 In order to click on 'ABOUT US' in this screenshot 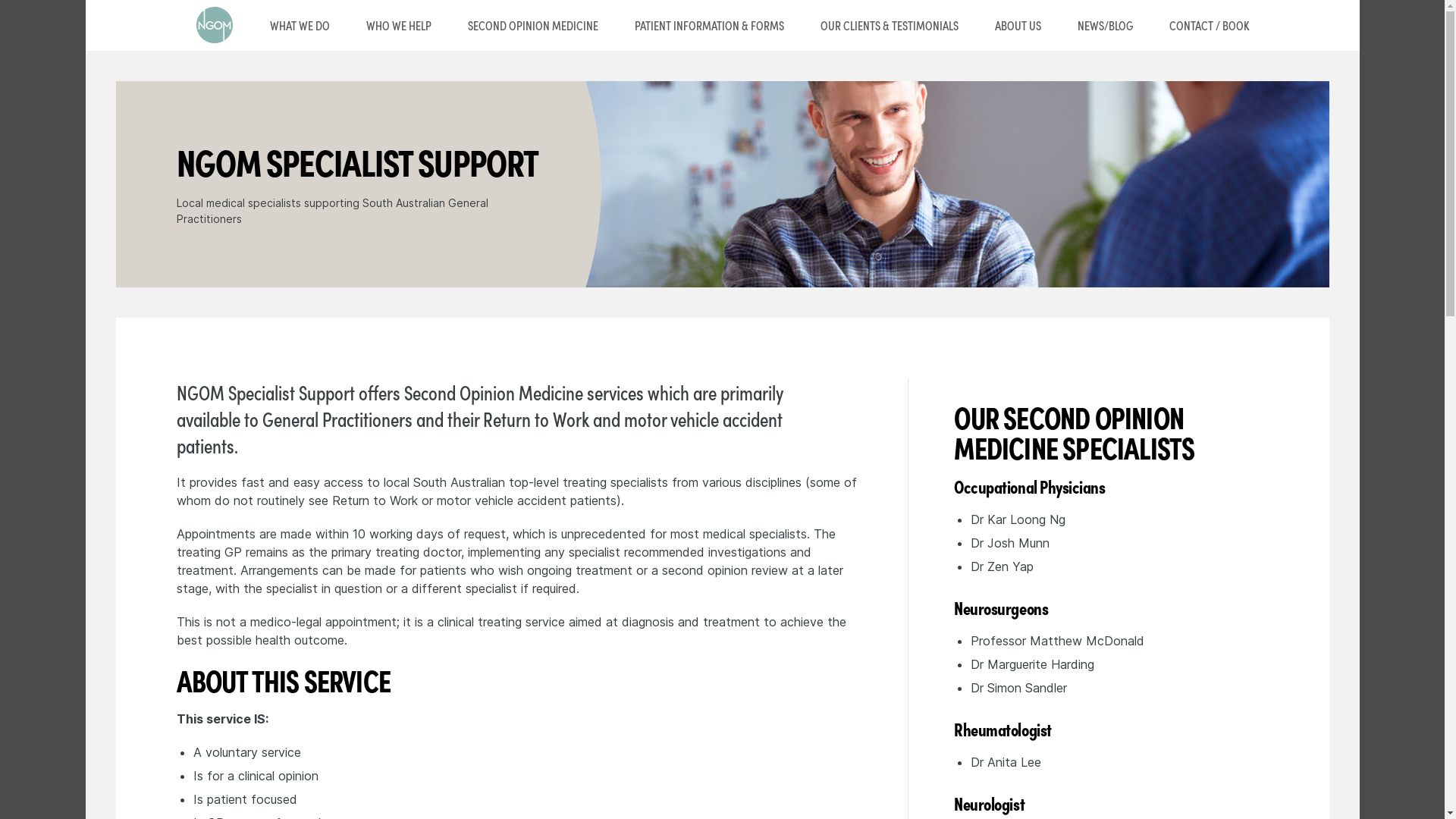, I will do `click(1018, 25)`.